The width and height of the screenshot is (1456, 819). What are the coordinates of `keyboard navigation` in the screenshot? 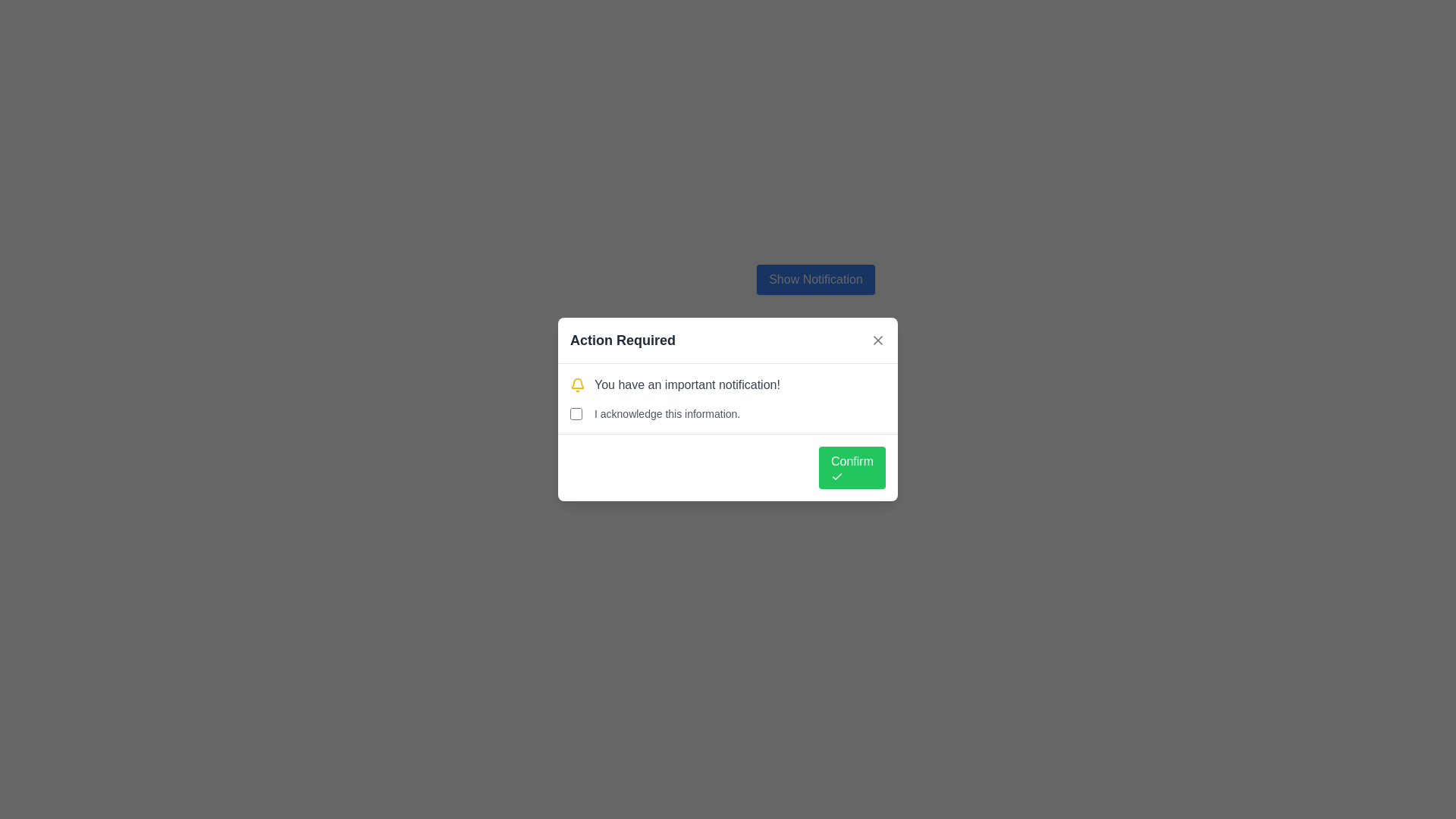 It's located at (575, 414).